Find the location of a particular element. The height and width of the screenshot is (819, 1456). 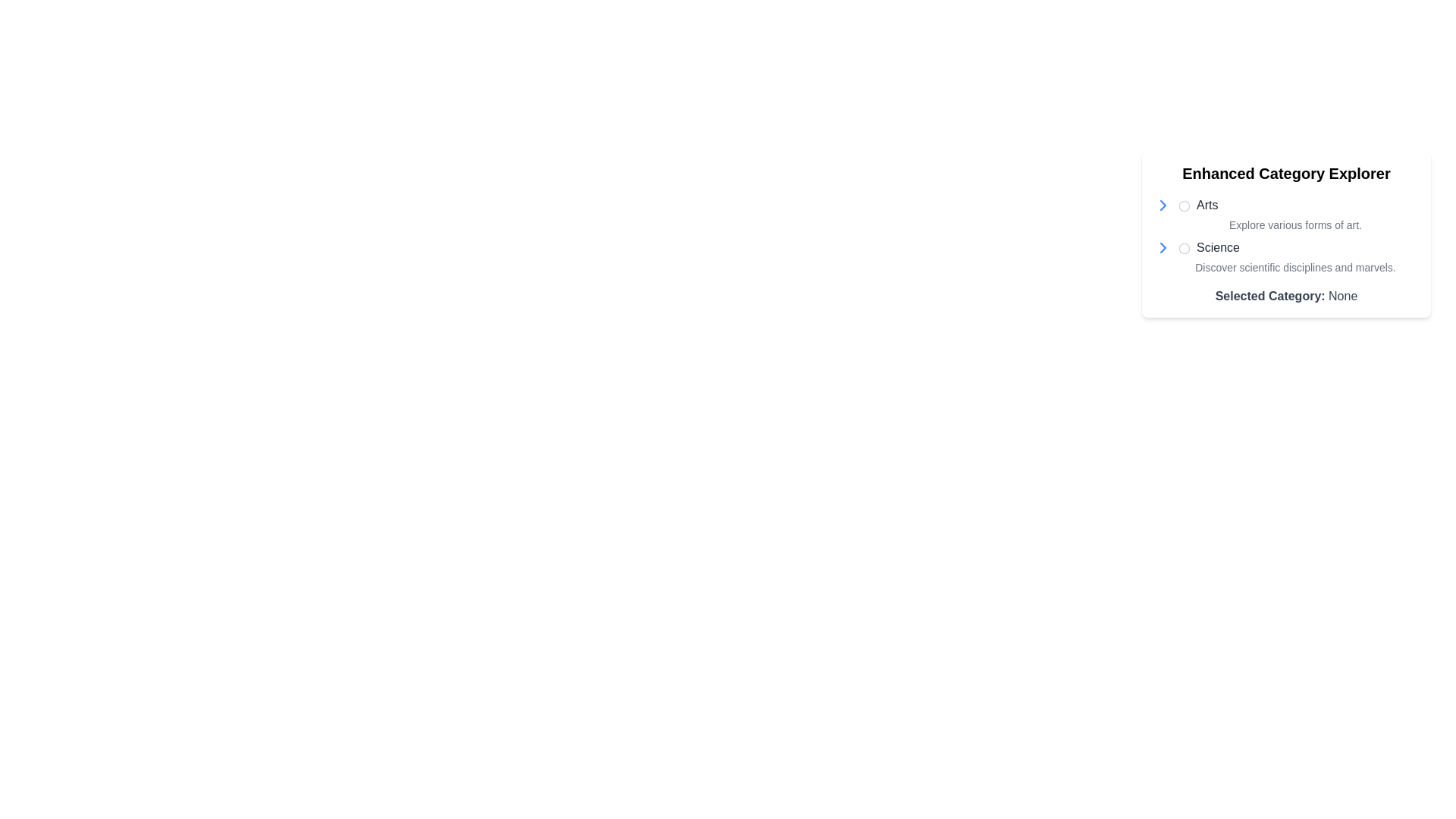

the small, blue chevron arrow icon pointing to the right, located immediately to the left of the text 'Arts', to get focus highlights is located at coordinates (1163, 205).